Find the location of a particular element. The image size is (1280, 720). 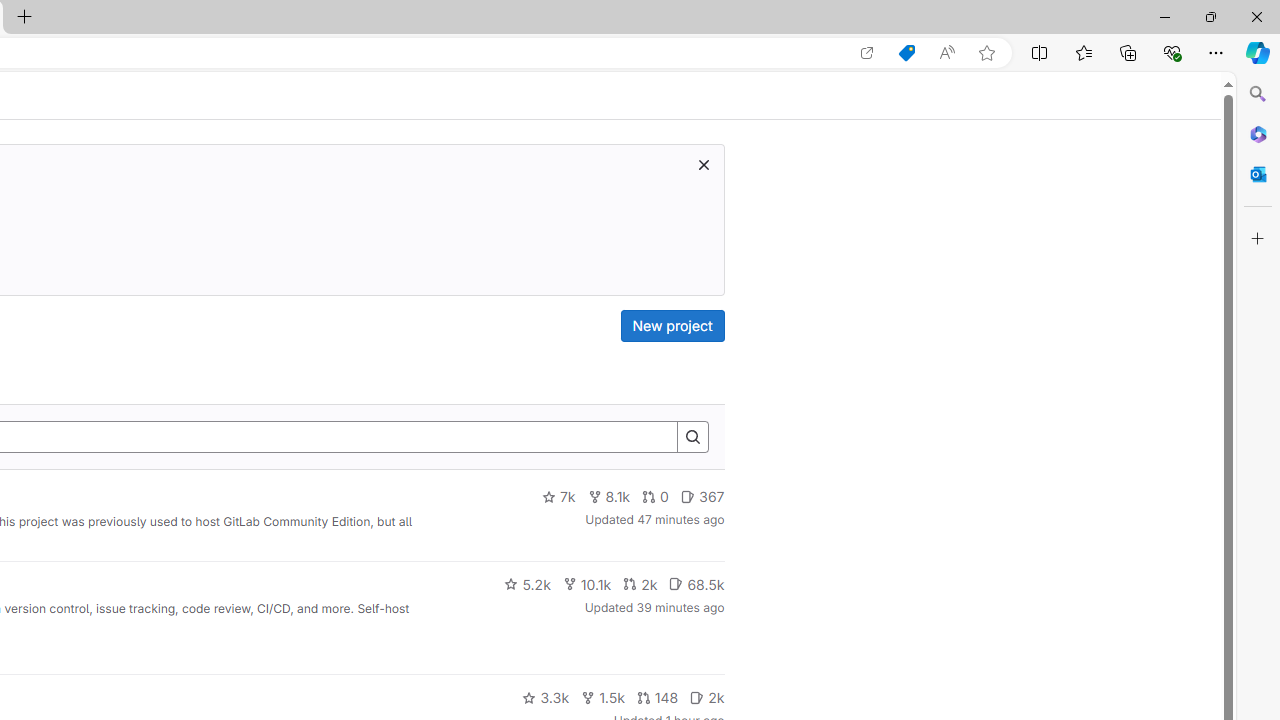

'Class: s16 gl-icon gl-button-icon ' is located at coordinates (703, 163).